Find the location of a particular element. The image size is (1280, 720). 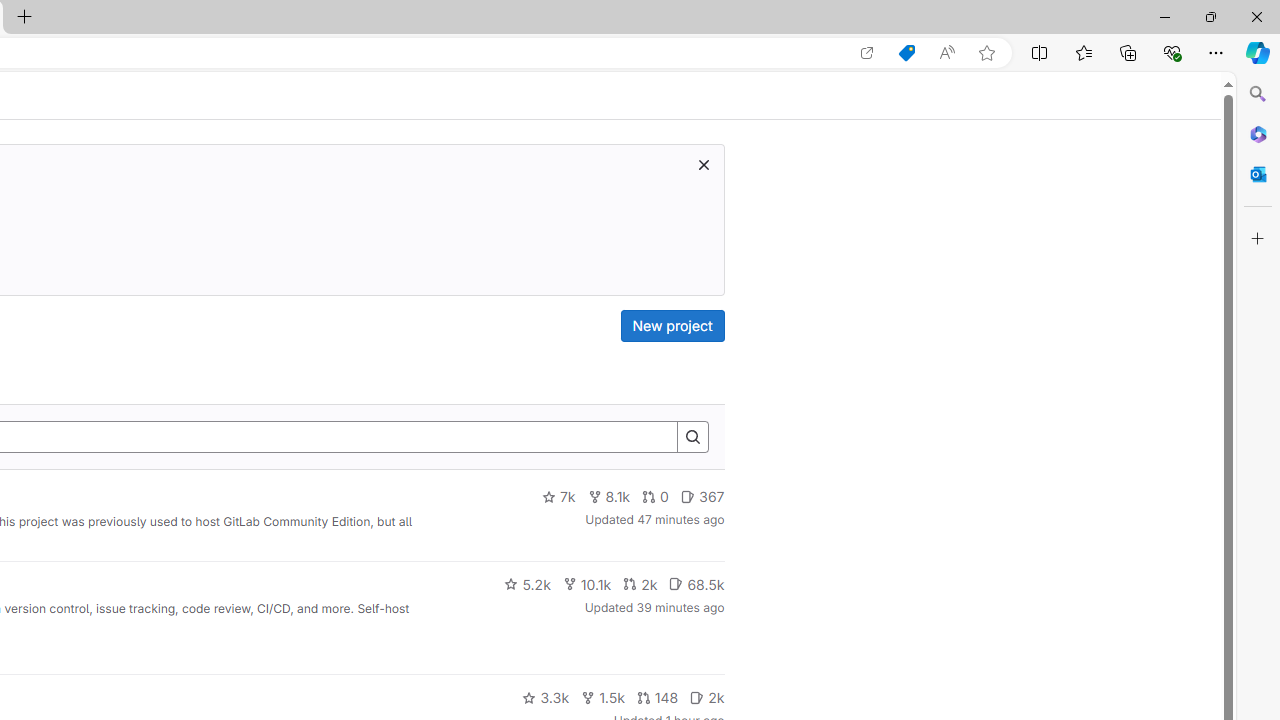

'Class: s16 gl-icon gl-button-icon ' is located at coordinates (703, 163).